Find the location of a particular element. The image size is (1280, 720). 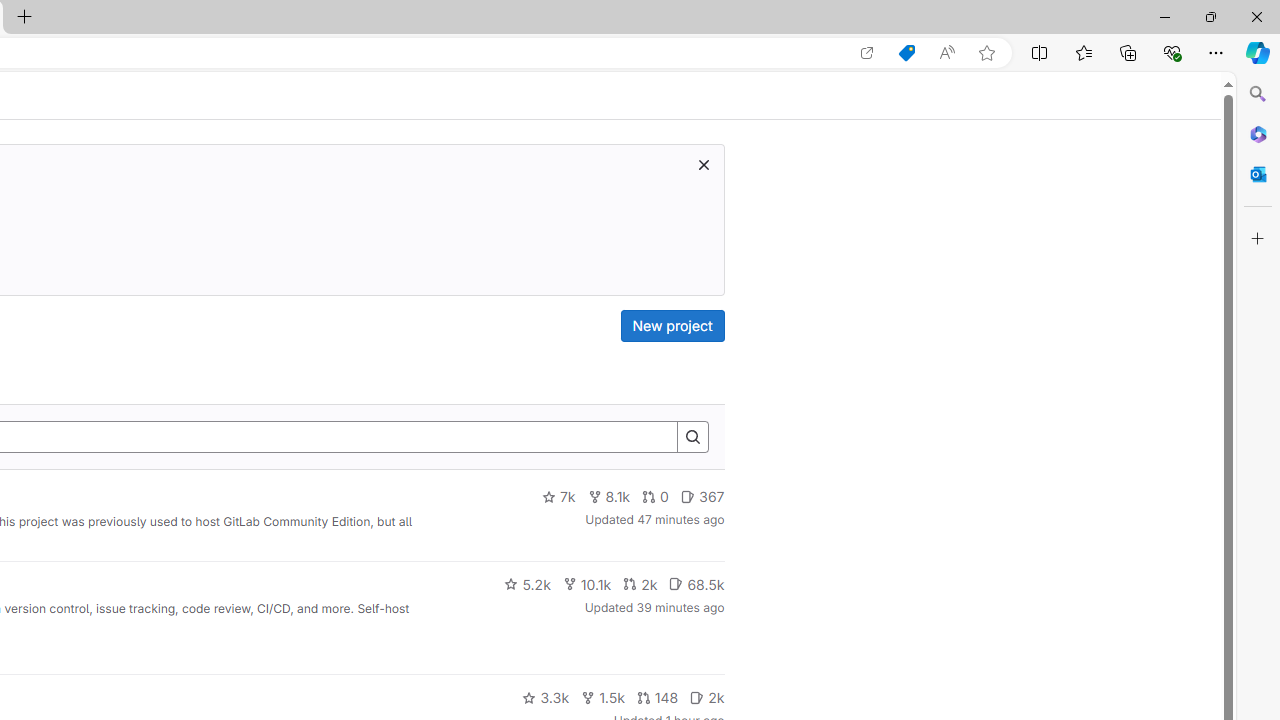

'Class: s16 gl-icon gl-button-icon ' is located at coordinates (703, 163).